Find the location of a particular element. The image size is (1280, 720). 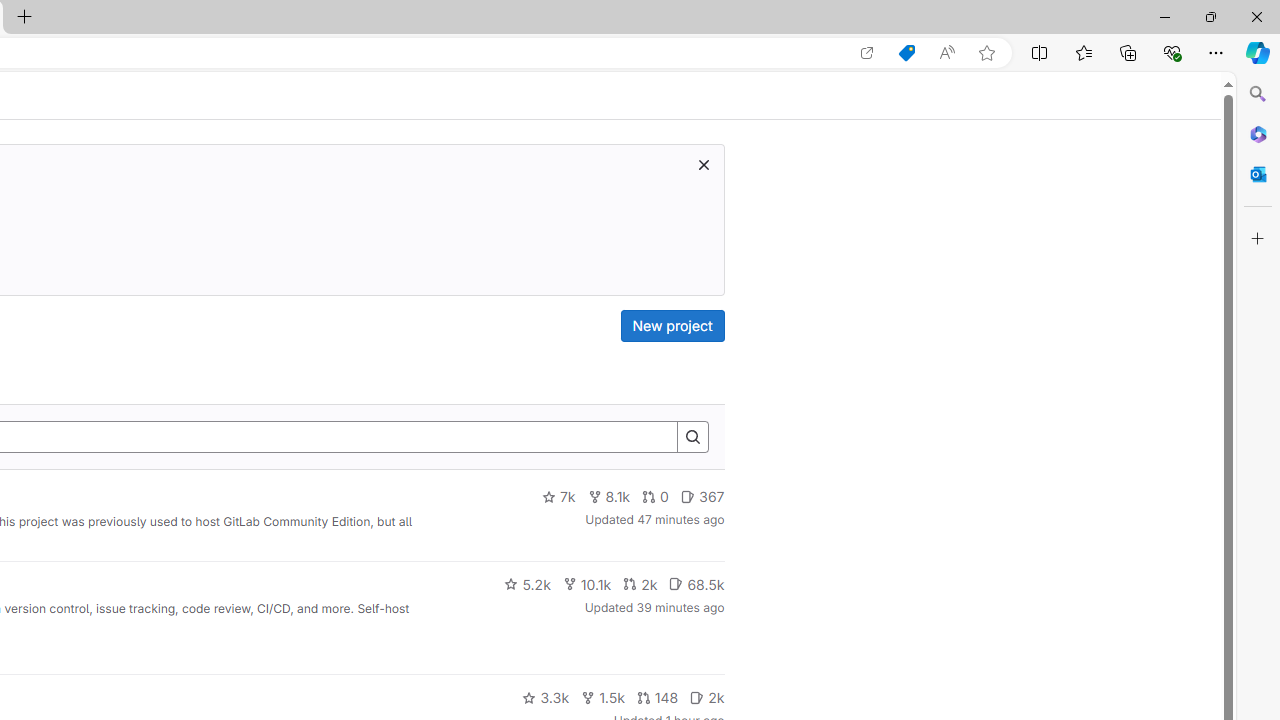

'Class: s16 gl-icon gl-button-icon ' is located at coordinates (703, 163).